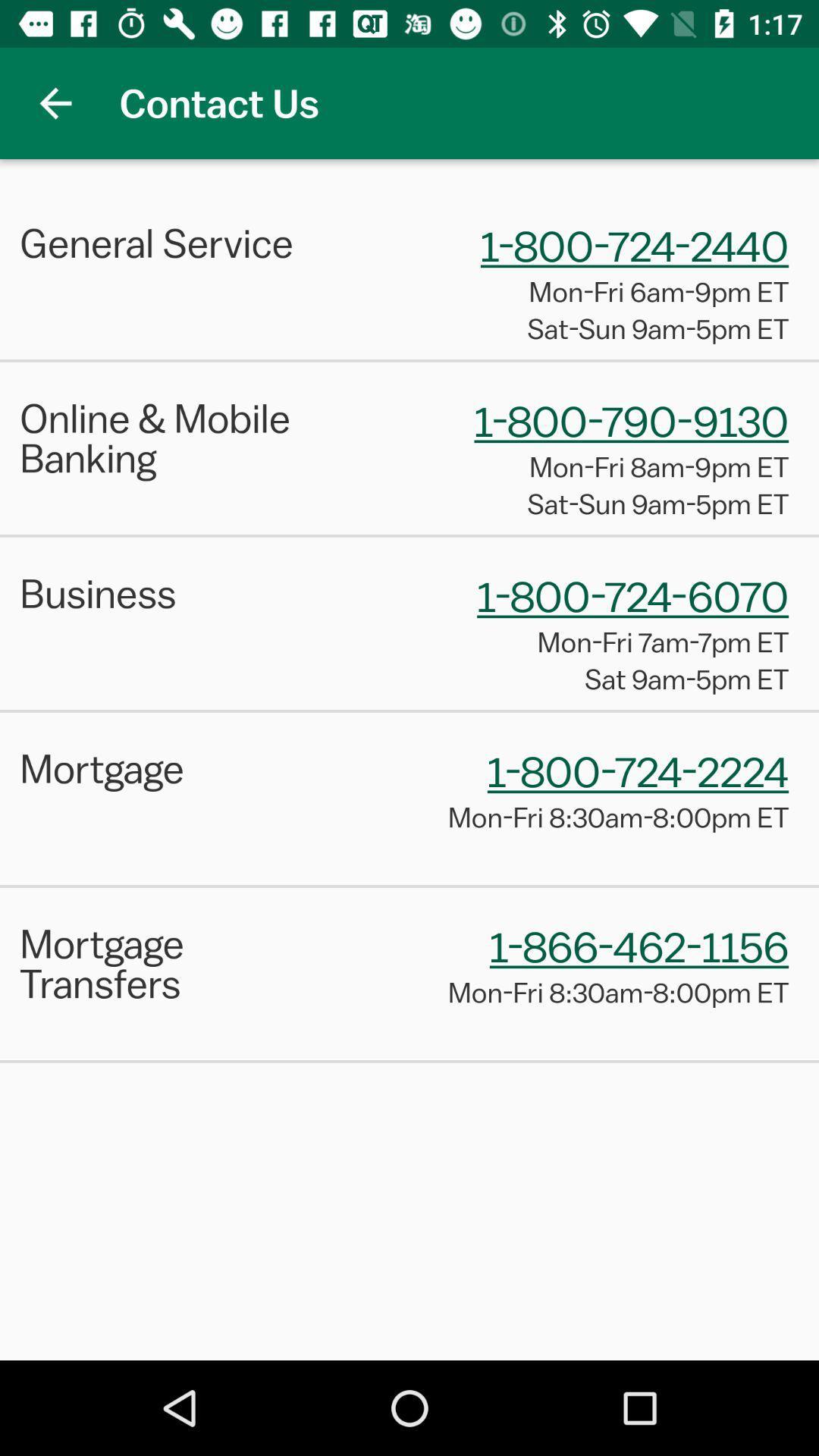 Image resolution: width=819 pixels, height=1456 pixels. What do you see at coordinates (55, 102) in the screenshot?
I see `the item above the general service icon` at bounding box center [55, 102].